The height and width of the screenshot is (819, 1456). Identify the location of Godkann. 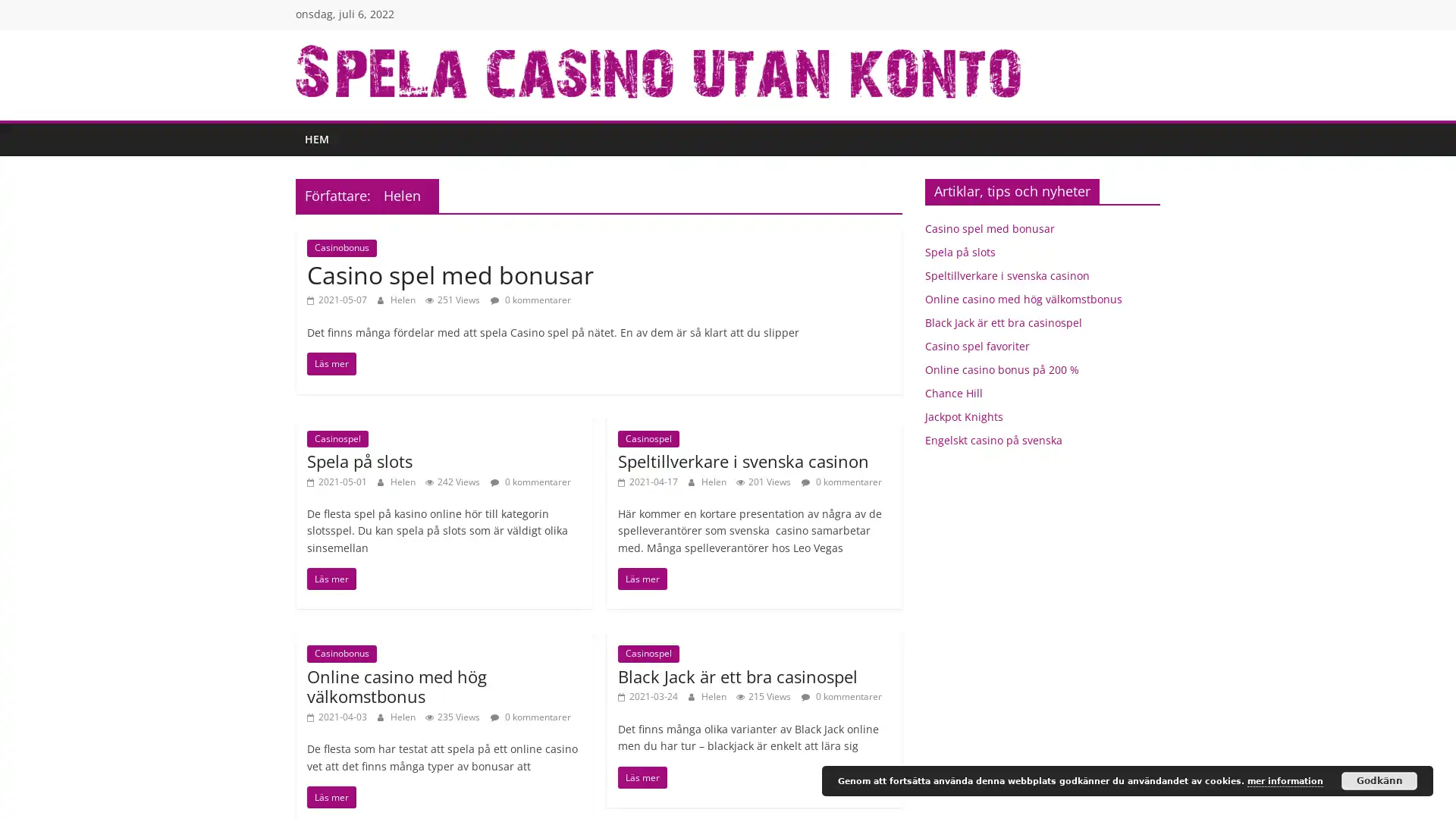
(1379, 780).